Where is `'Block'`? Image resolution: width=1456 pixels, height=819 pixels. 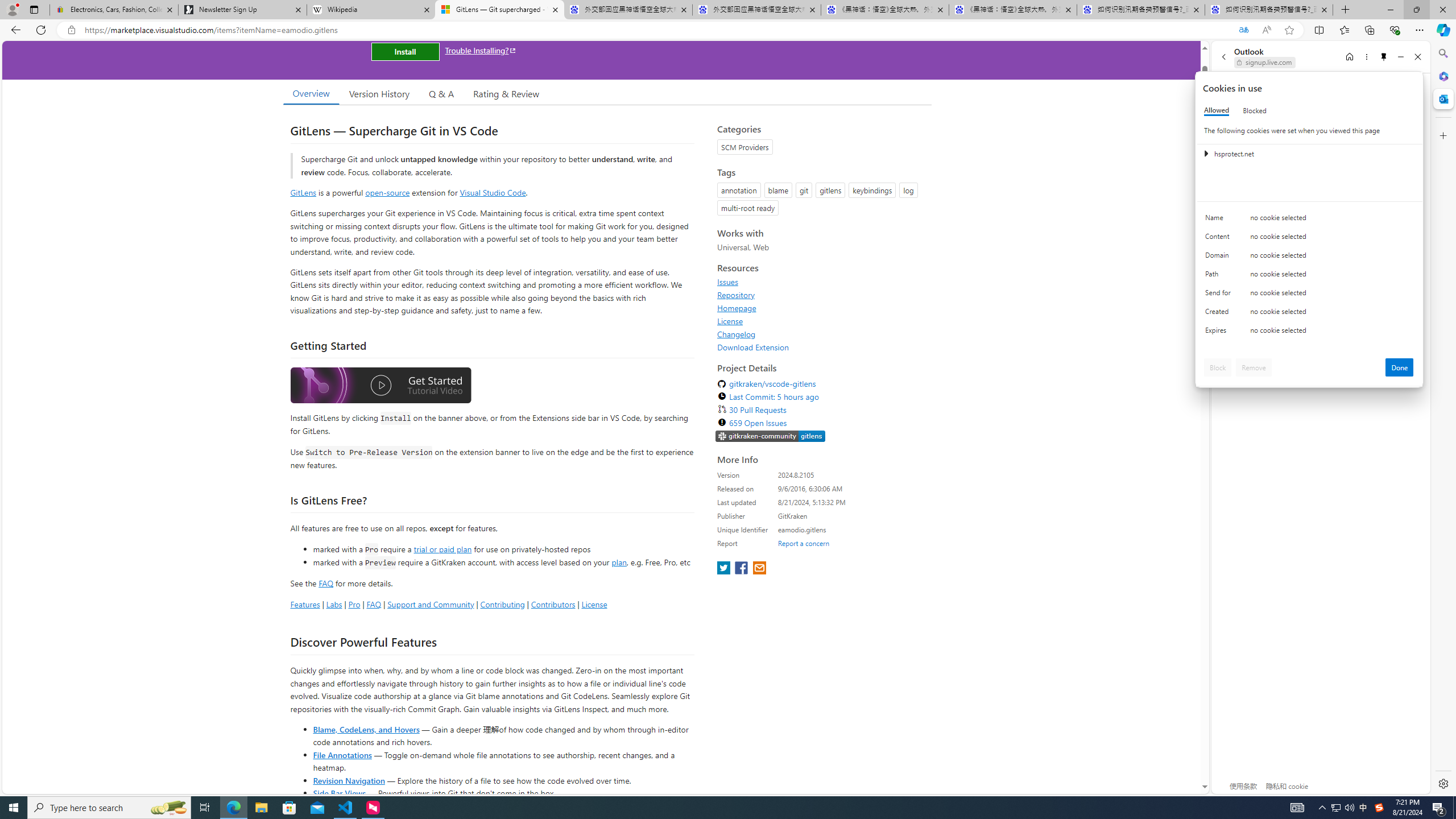
'Block' is located at coordinates (1217, 367).